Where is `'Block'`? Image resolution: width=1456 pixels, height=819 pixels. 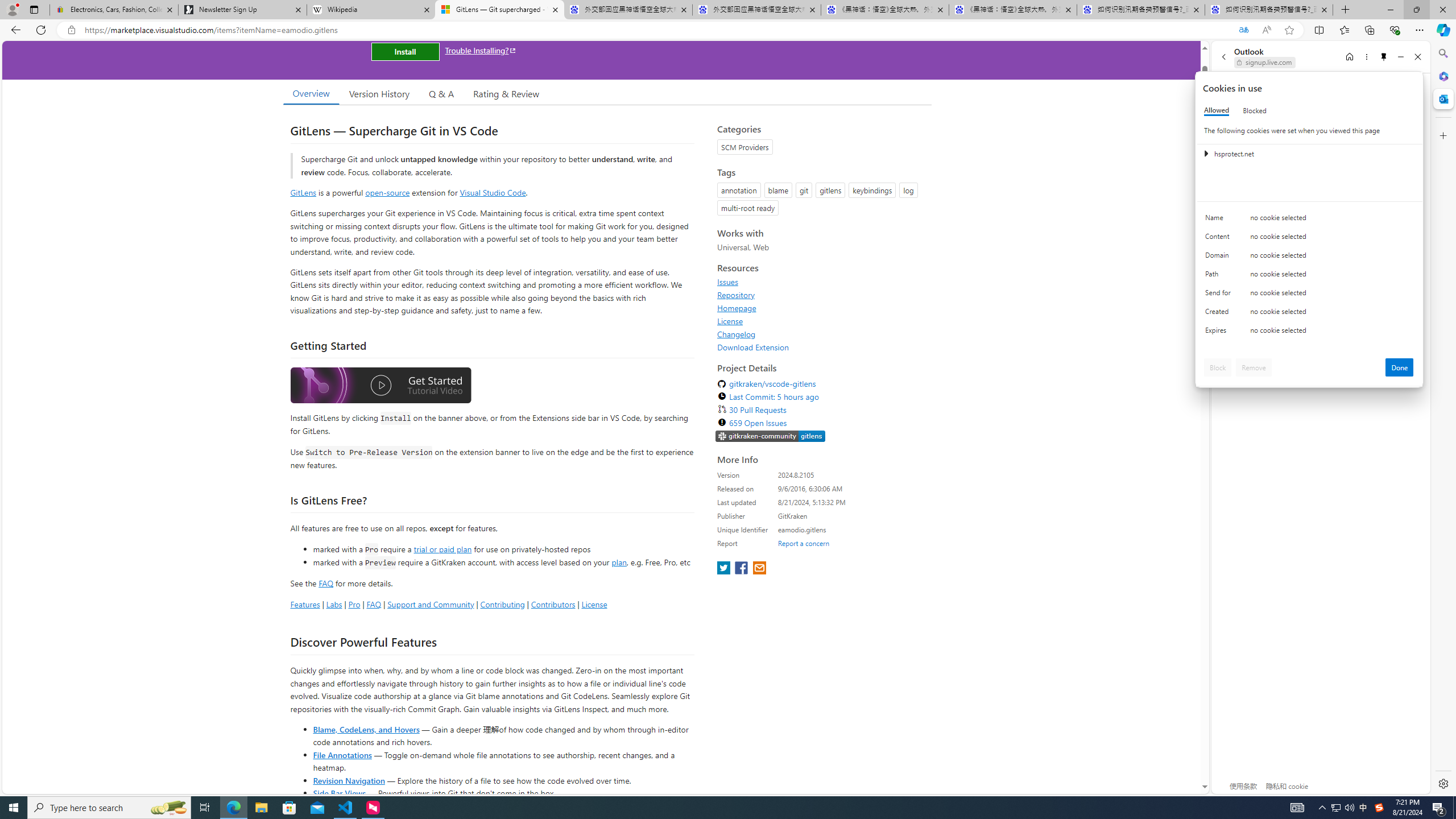
'Block' is located at coordinates (1217, 367).